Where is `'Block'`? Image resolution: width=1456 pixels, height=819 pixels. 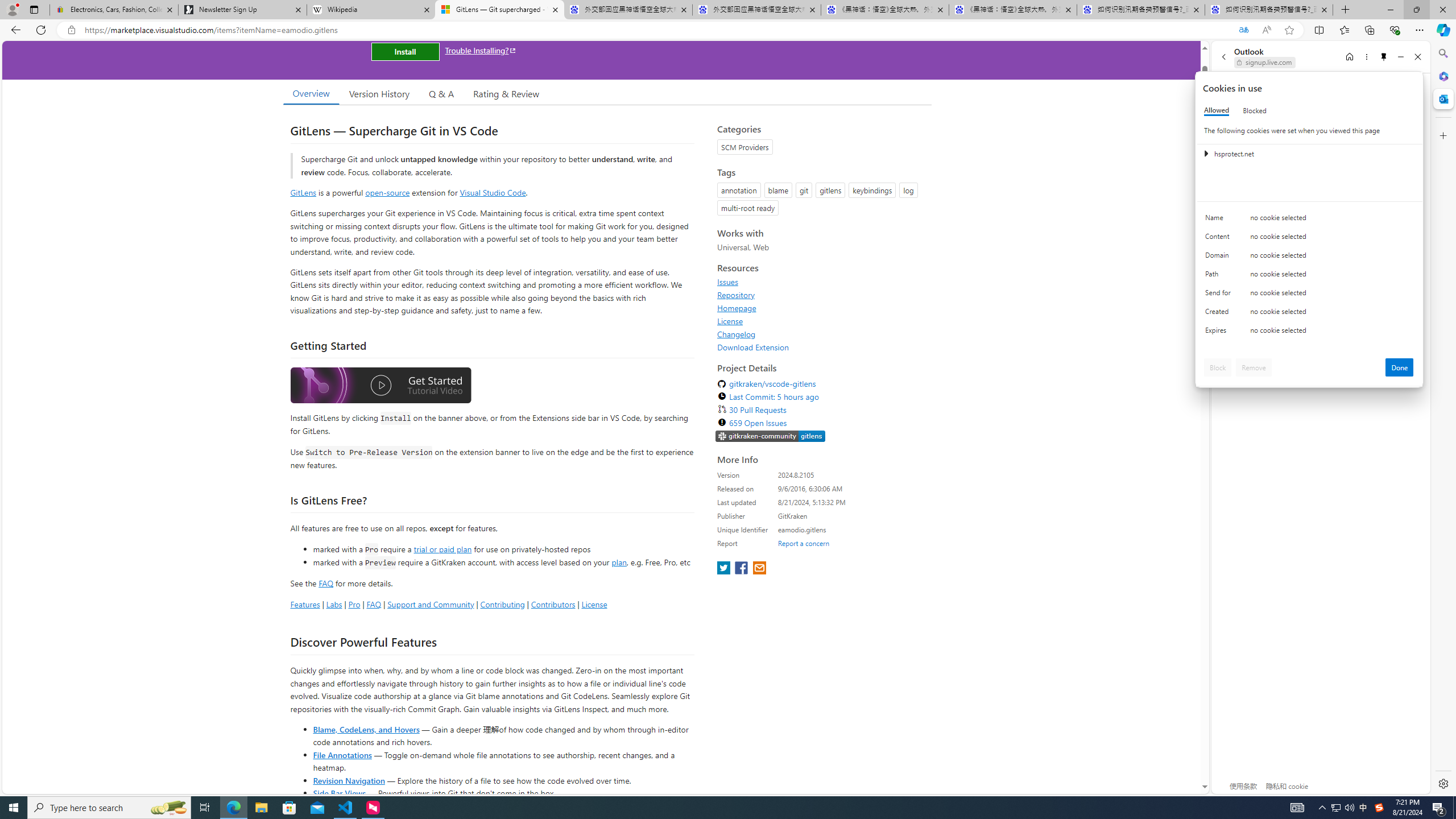
'Block' is located at coordinates (1217, 367).